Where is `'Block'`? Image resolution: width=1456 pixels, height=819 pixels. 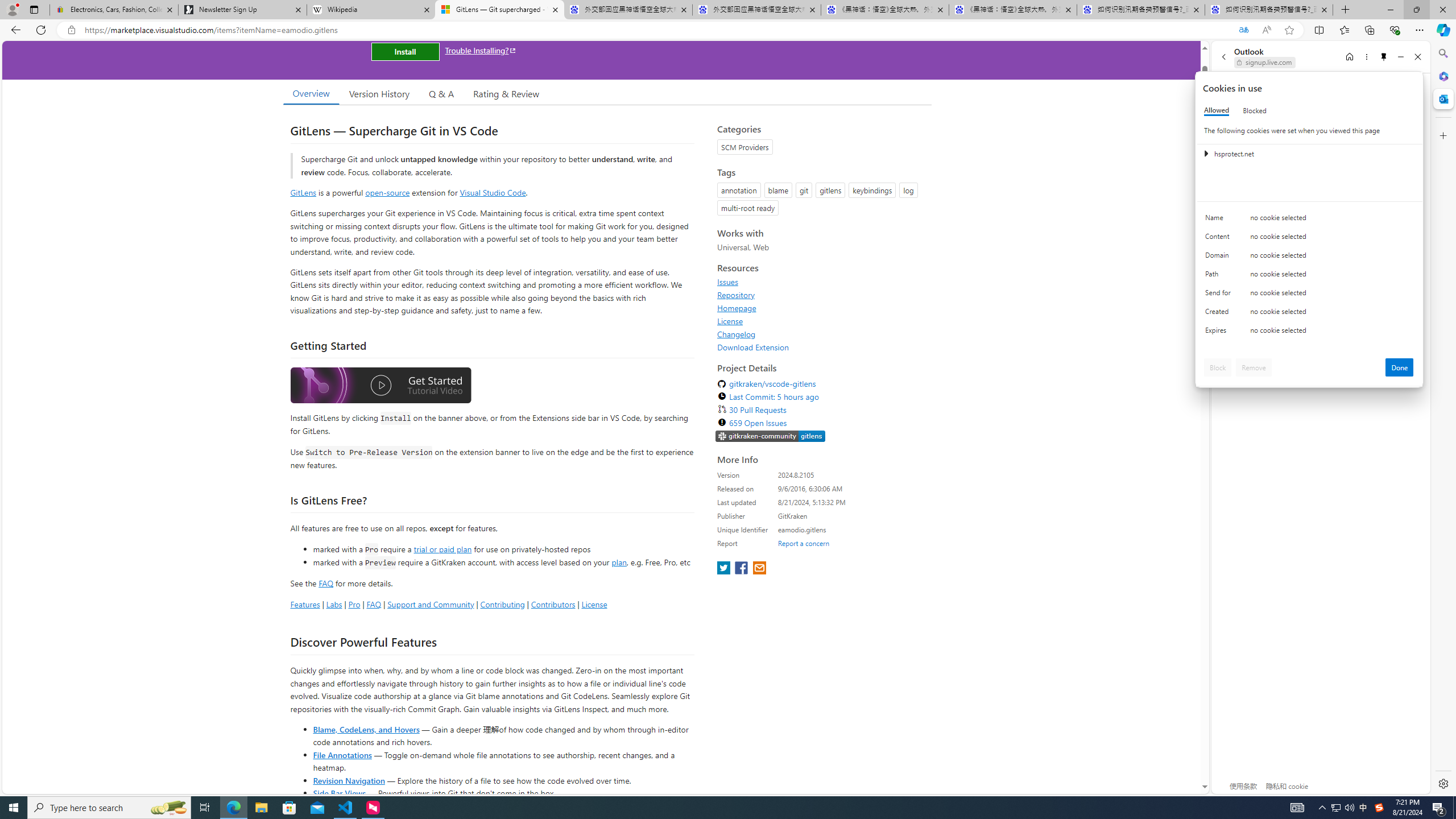
'Block' is located at coordinates (1217, 367).